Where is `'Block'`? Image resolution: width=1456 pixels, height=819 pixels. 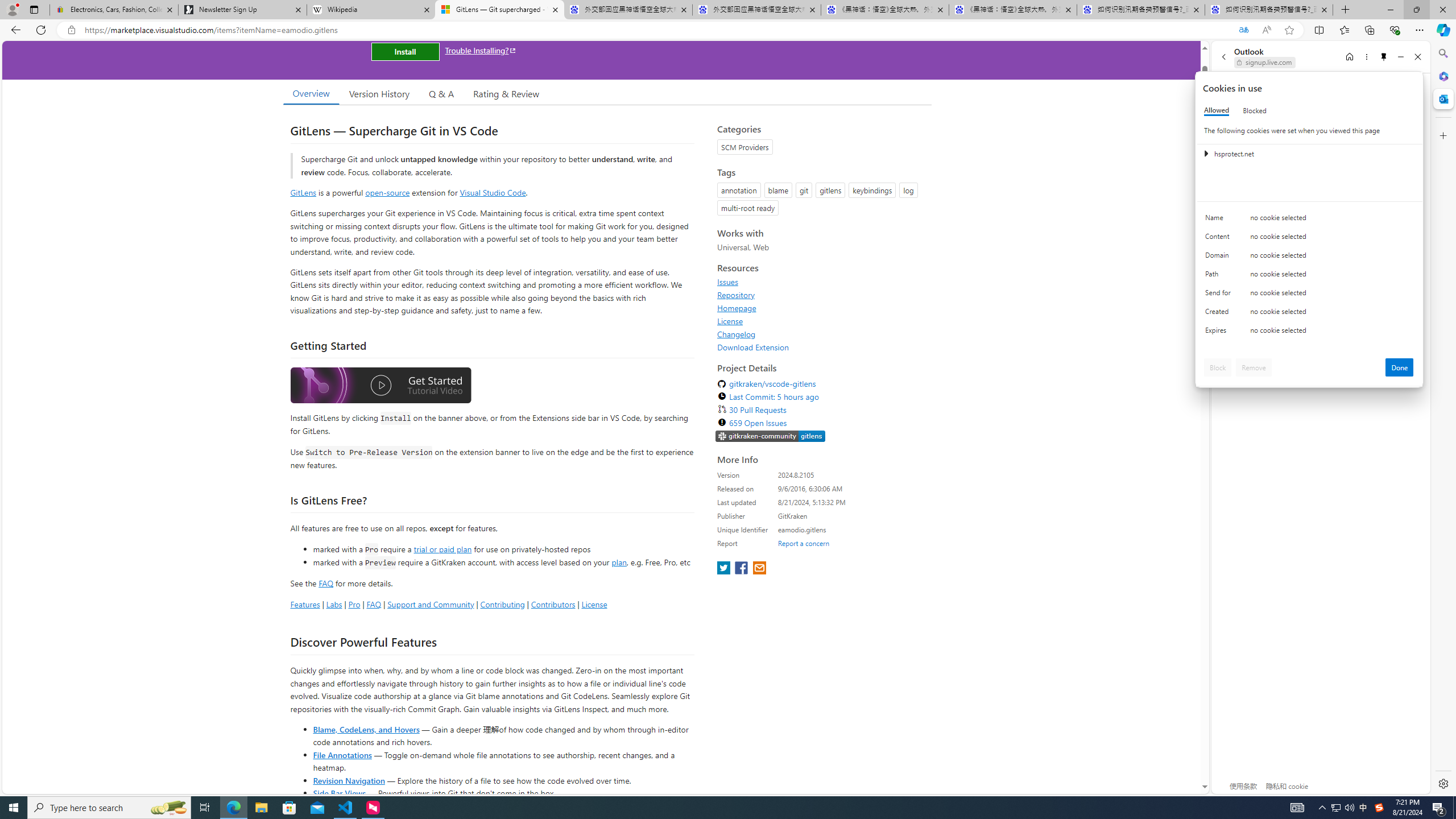
'Block' is located at coordinates (1217, 367).